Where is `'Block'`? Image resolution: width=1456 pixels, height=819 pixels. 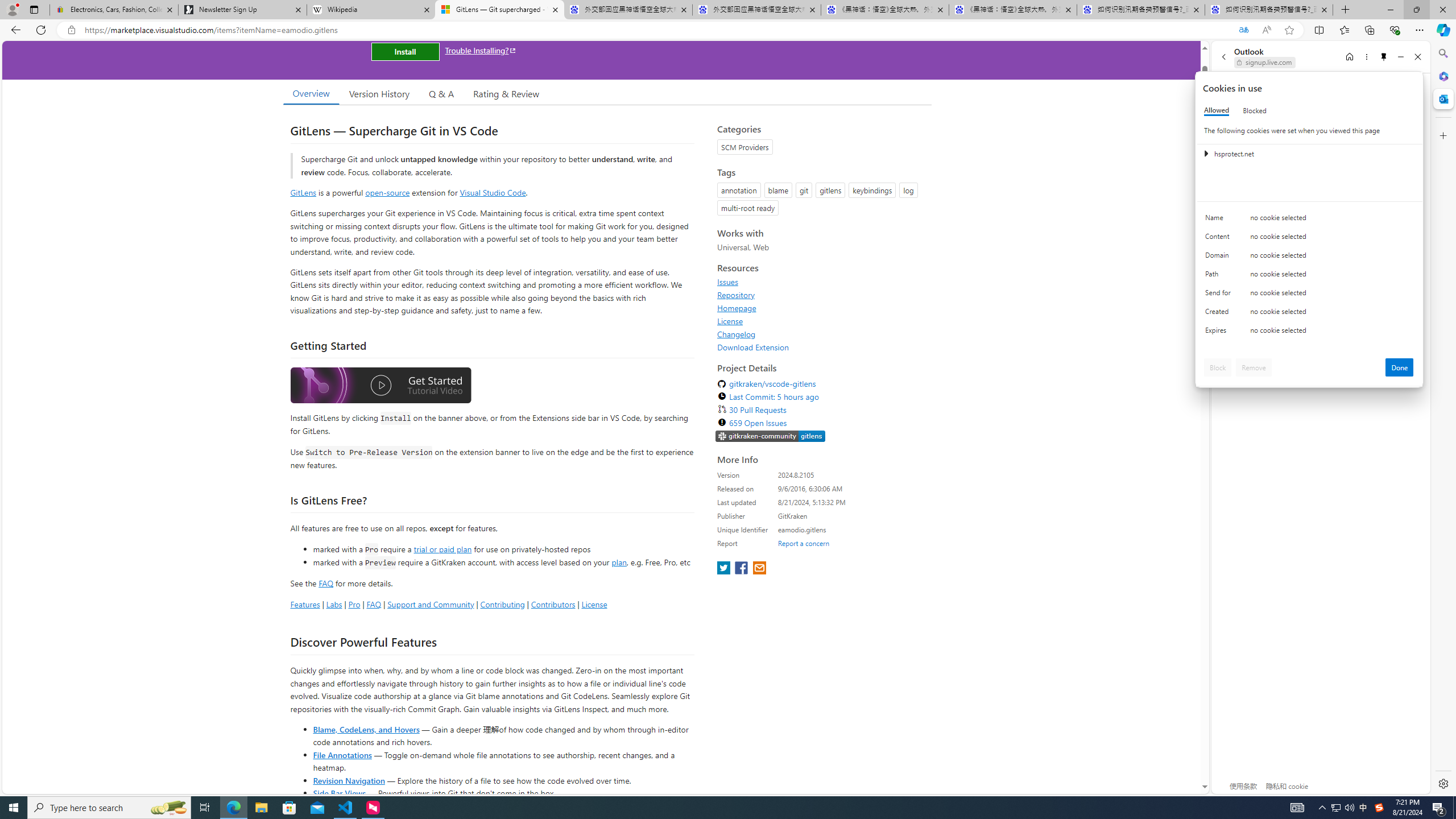
'Block' is located at coordinates (1217, 367).